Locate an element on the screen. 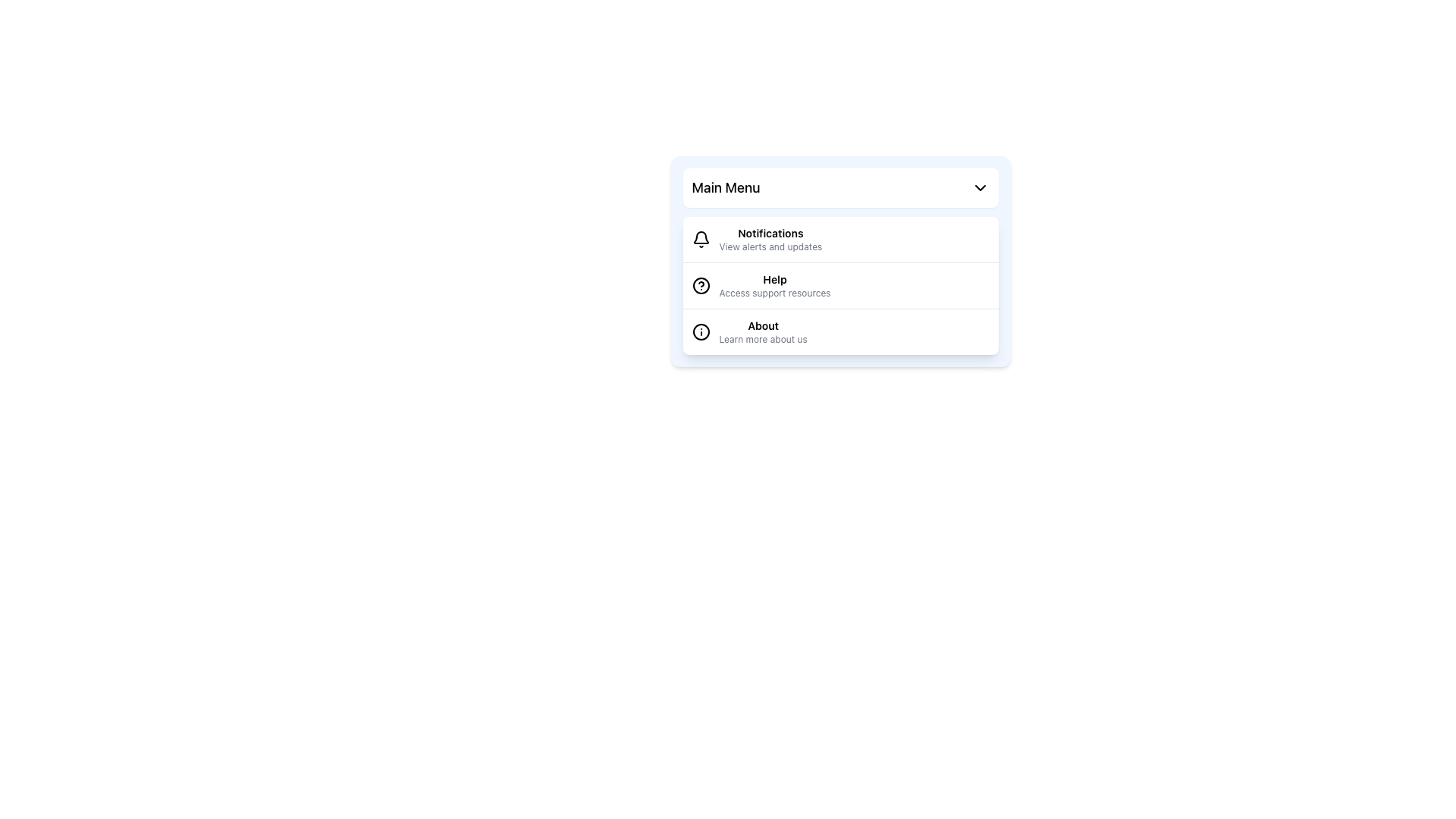 The width and height of the screenshot is (1456, 819). the 'Main Menu' dropdown trigger at the top of the card-styled widget is located at coordinates (839, 187).